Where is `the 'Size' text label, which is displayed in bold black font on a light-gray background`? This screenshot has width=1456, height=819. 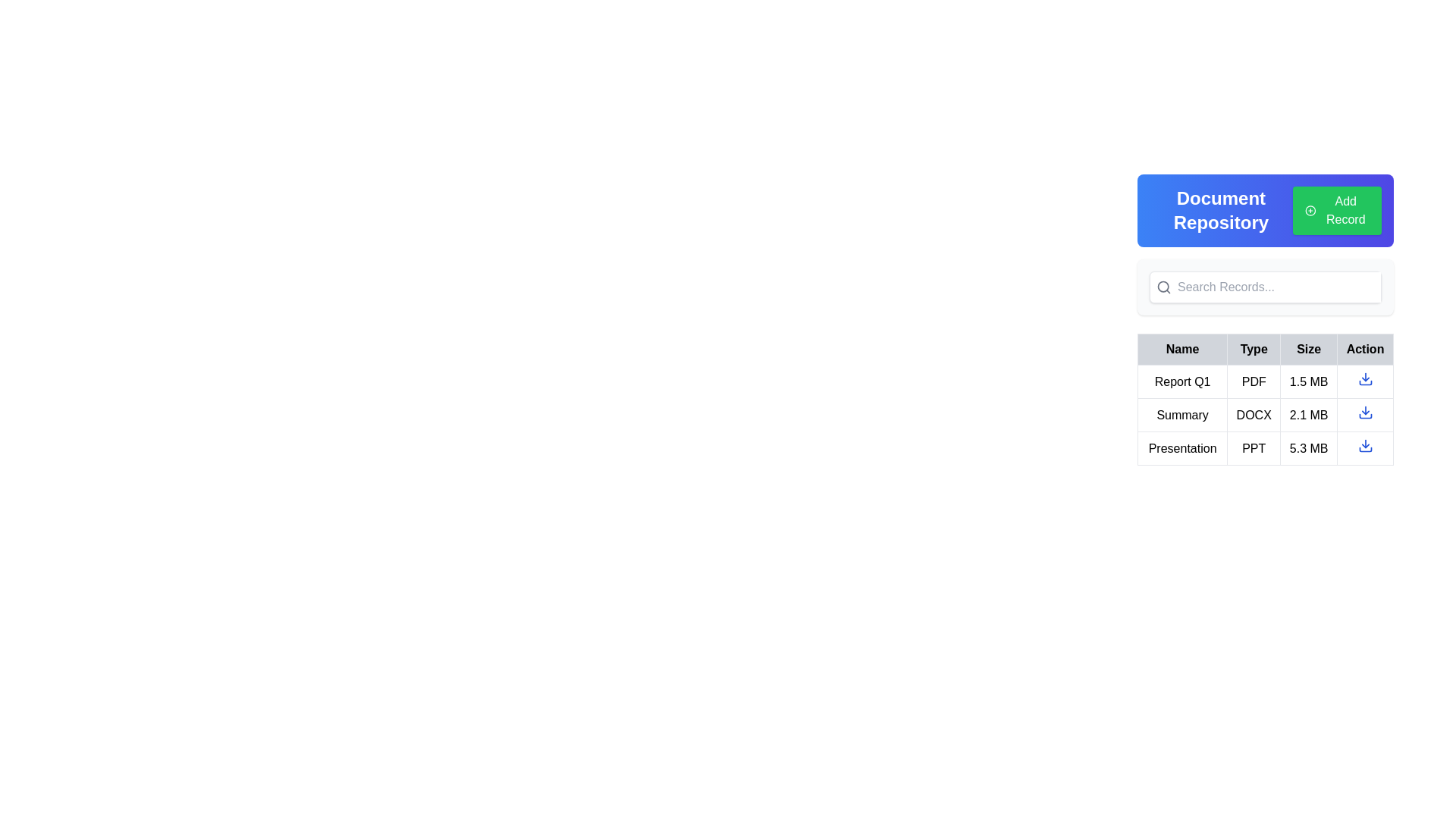
the 'Size' text label, which is displayed in bold black font on a light-gray background is located at coordinates (1308, 350).